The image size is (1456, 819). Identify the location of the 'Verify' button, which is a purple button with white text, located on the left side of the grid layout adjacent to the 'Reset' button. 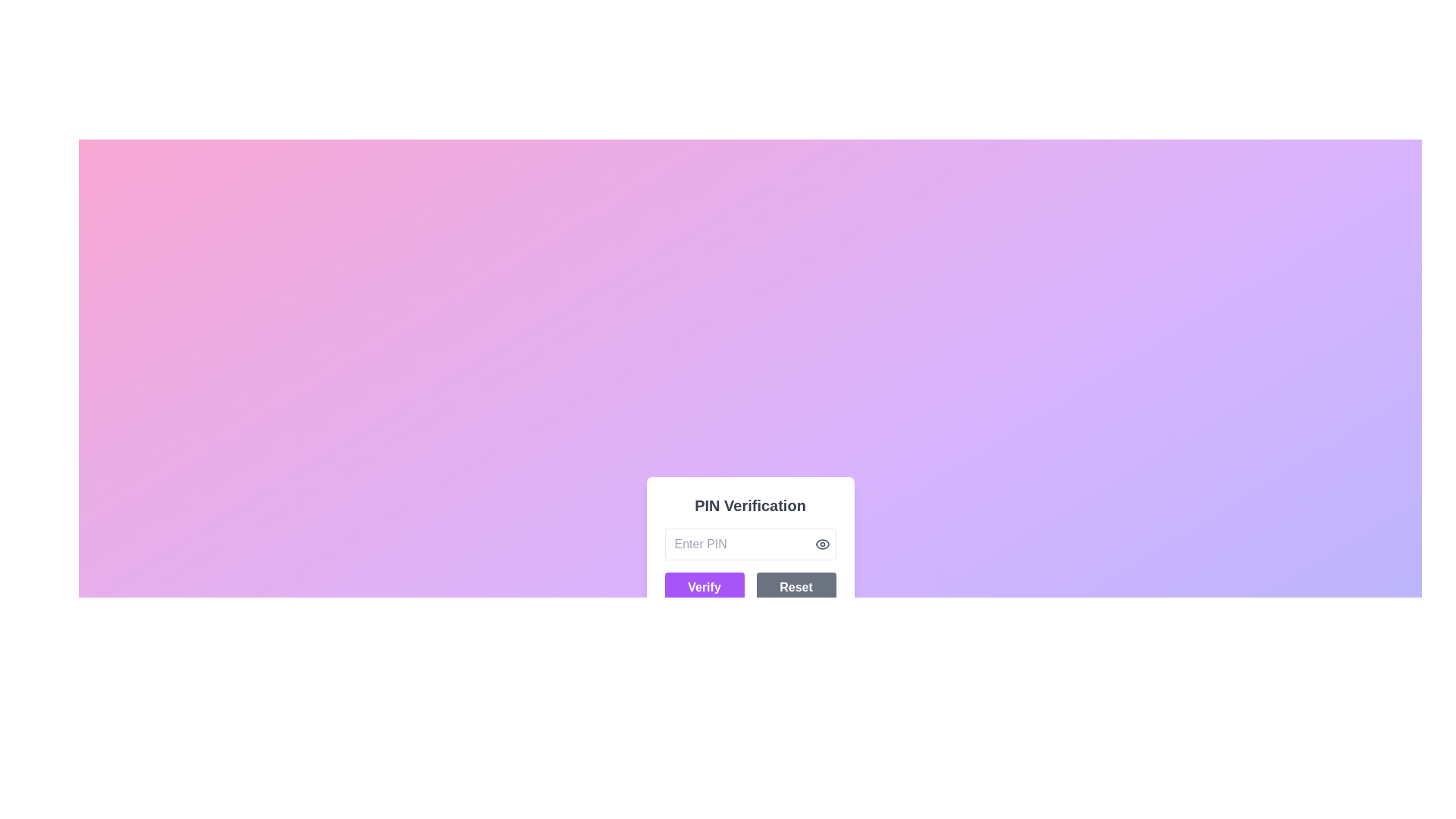
(704, 587).